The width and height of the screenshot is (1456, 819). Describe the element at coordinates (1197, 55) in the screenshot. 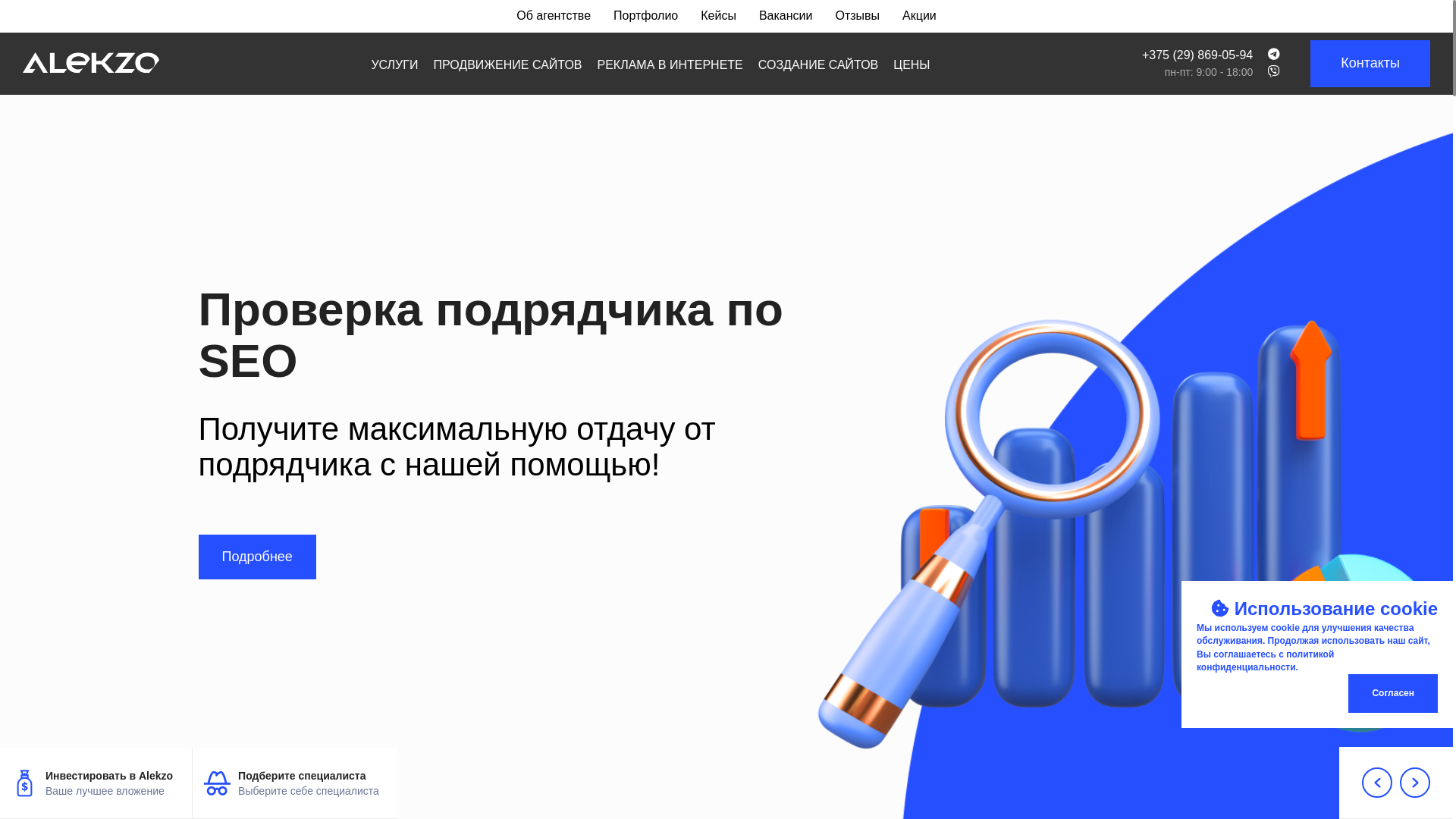

I see `'+375 (29) 869-05-94'` at that location.